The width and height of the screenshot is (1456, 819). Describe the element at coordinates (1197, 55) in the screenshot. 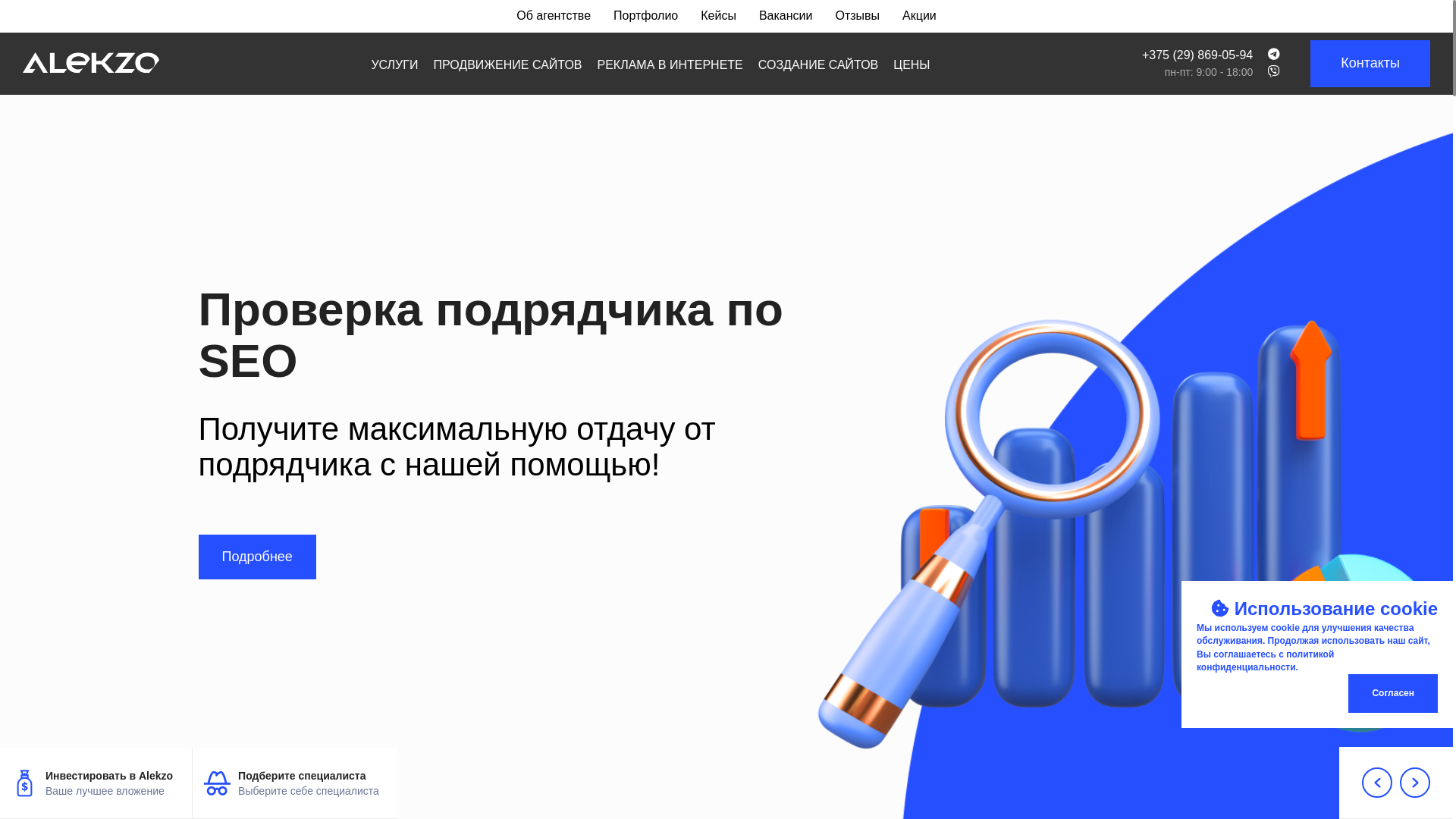

I see `'+375 (29) 869-05-94'` at that location.